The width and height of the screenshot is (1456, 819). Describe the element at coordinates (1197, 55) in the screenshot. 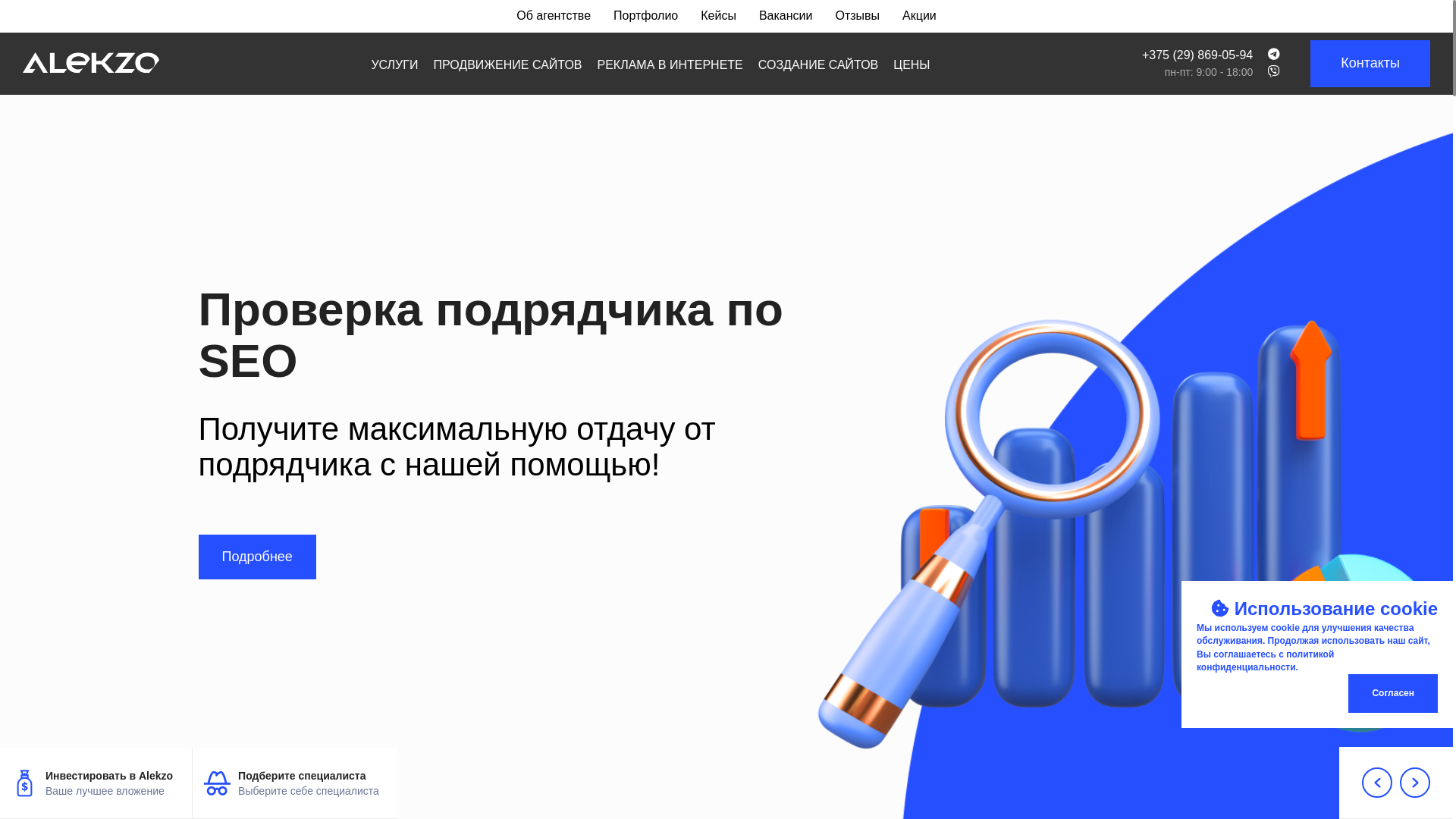

I see `'+375 (29) 869-05-94'` at that location.